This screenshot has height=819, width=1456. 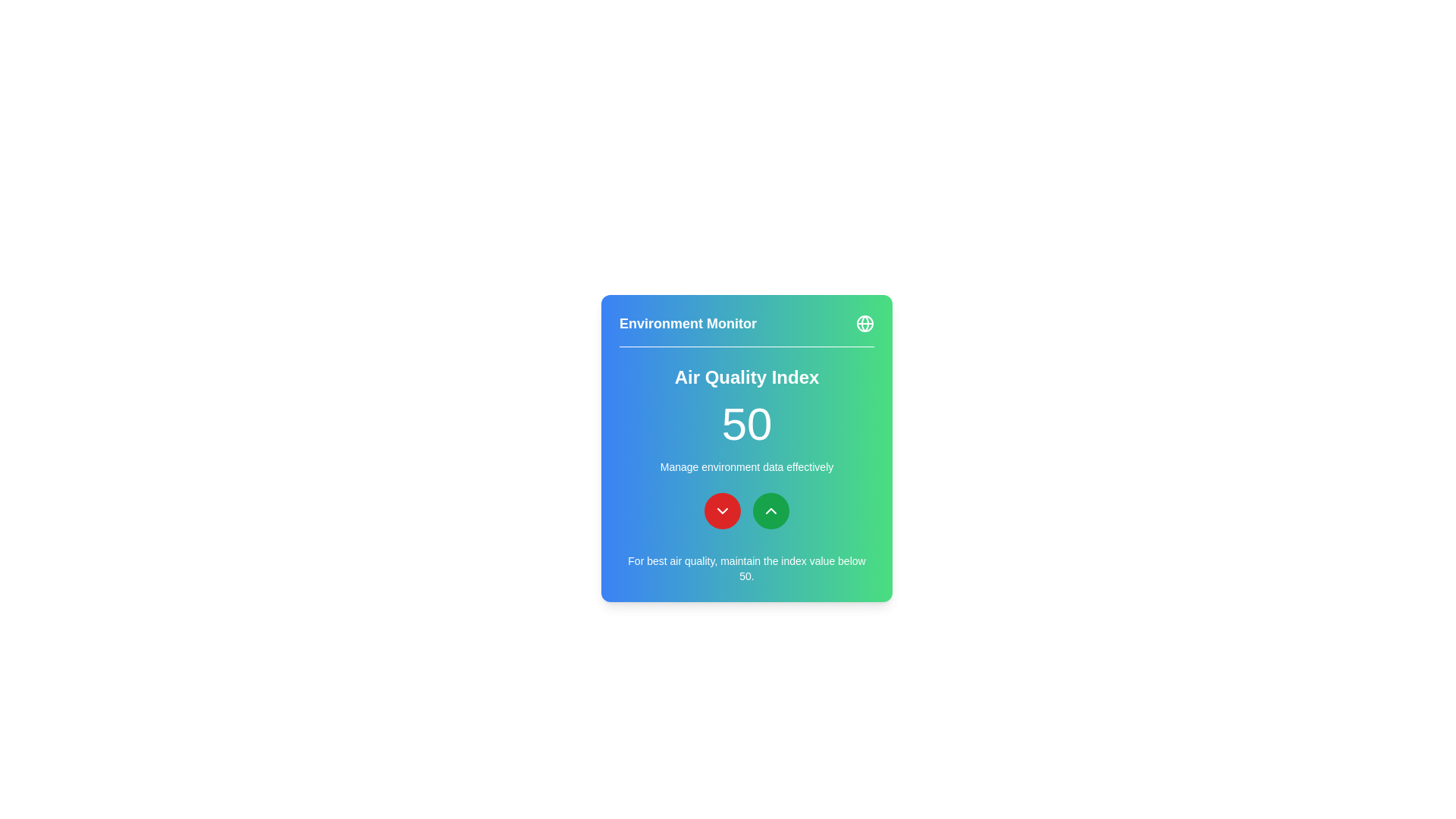 I want to click on the informational text displaying 'For best air quality, maintain the index value below 50.' which is located at the lower part of the panel, so click(x=746, y=568).